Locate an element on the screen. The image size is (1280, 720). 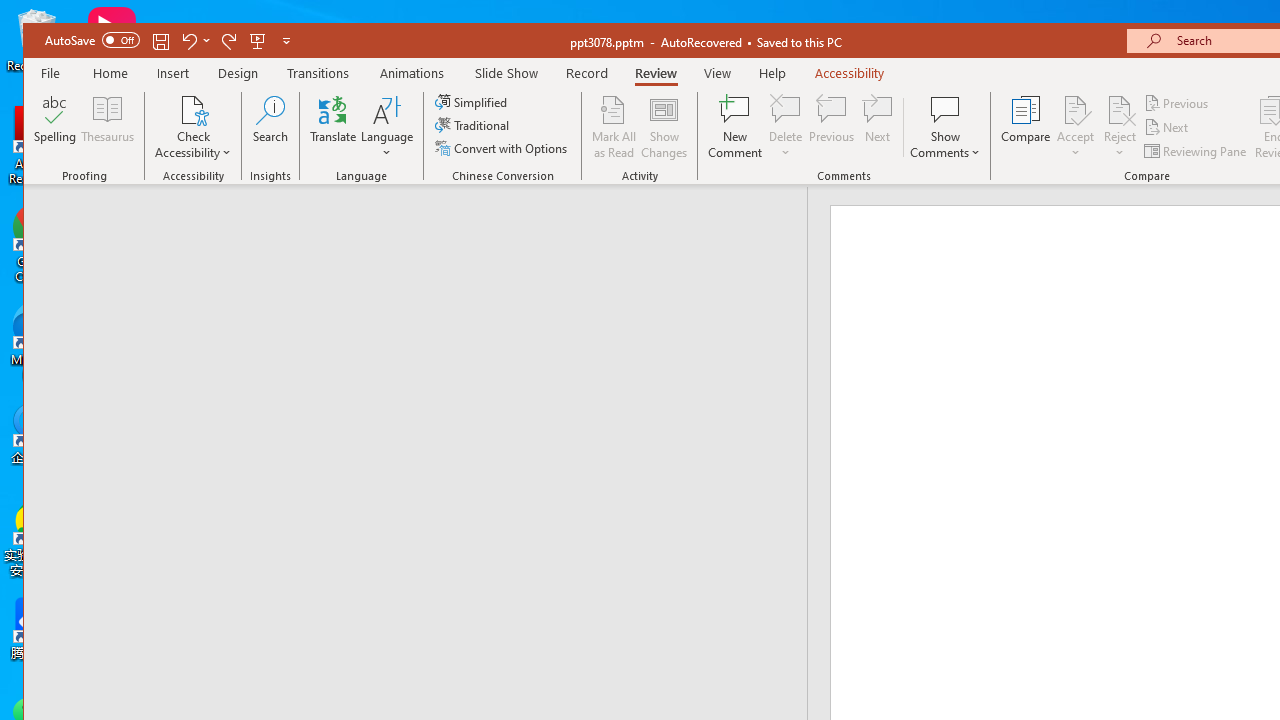
'Accept' is located at coordinates (1074, 127).